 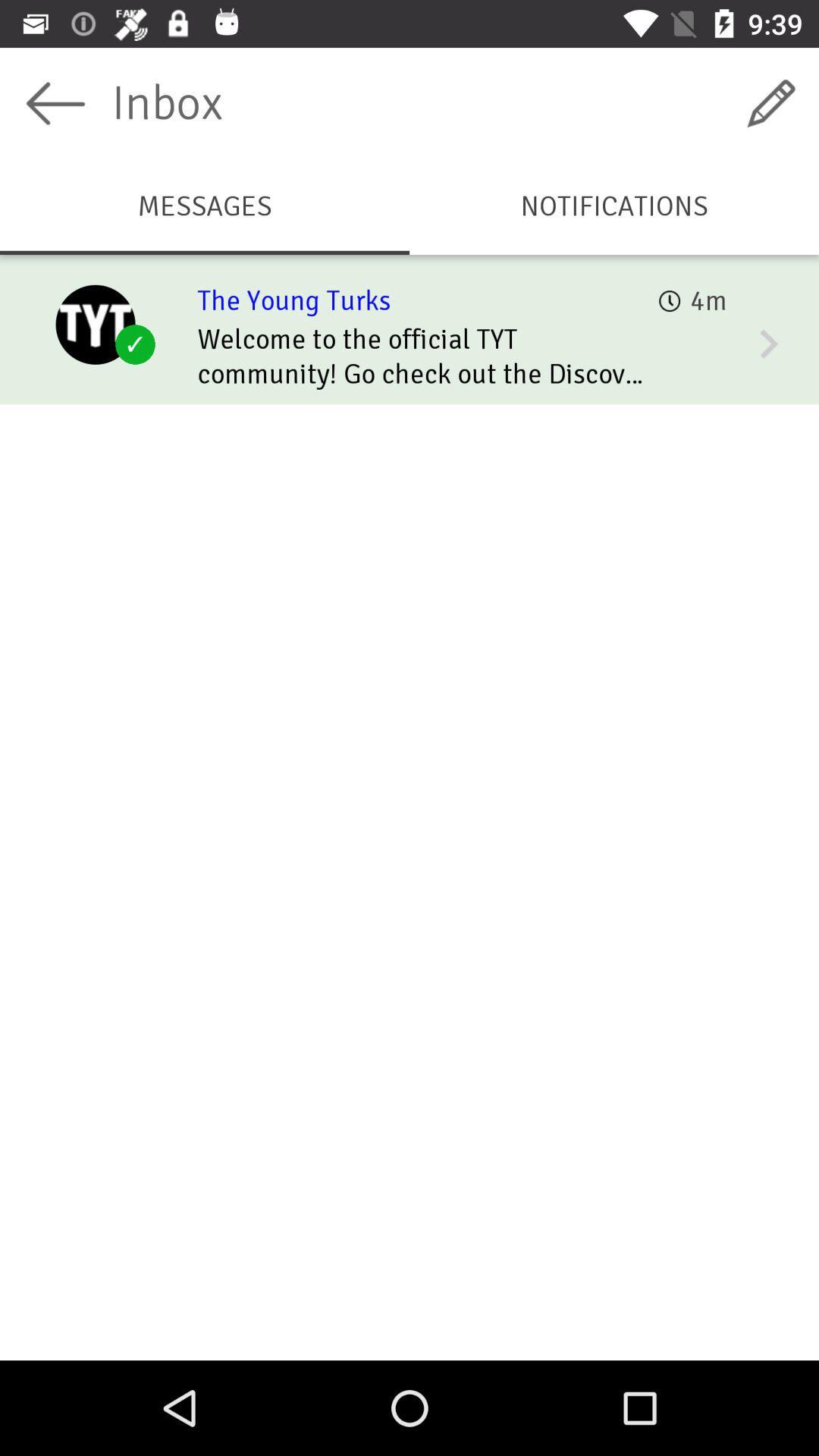 What do you see at coordinates (55, 102) in the screenshot?
I see `back to inbox` at bounding box center [55, 102].